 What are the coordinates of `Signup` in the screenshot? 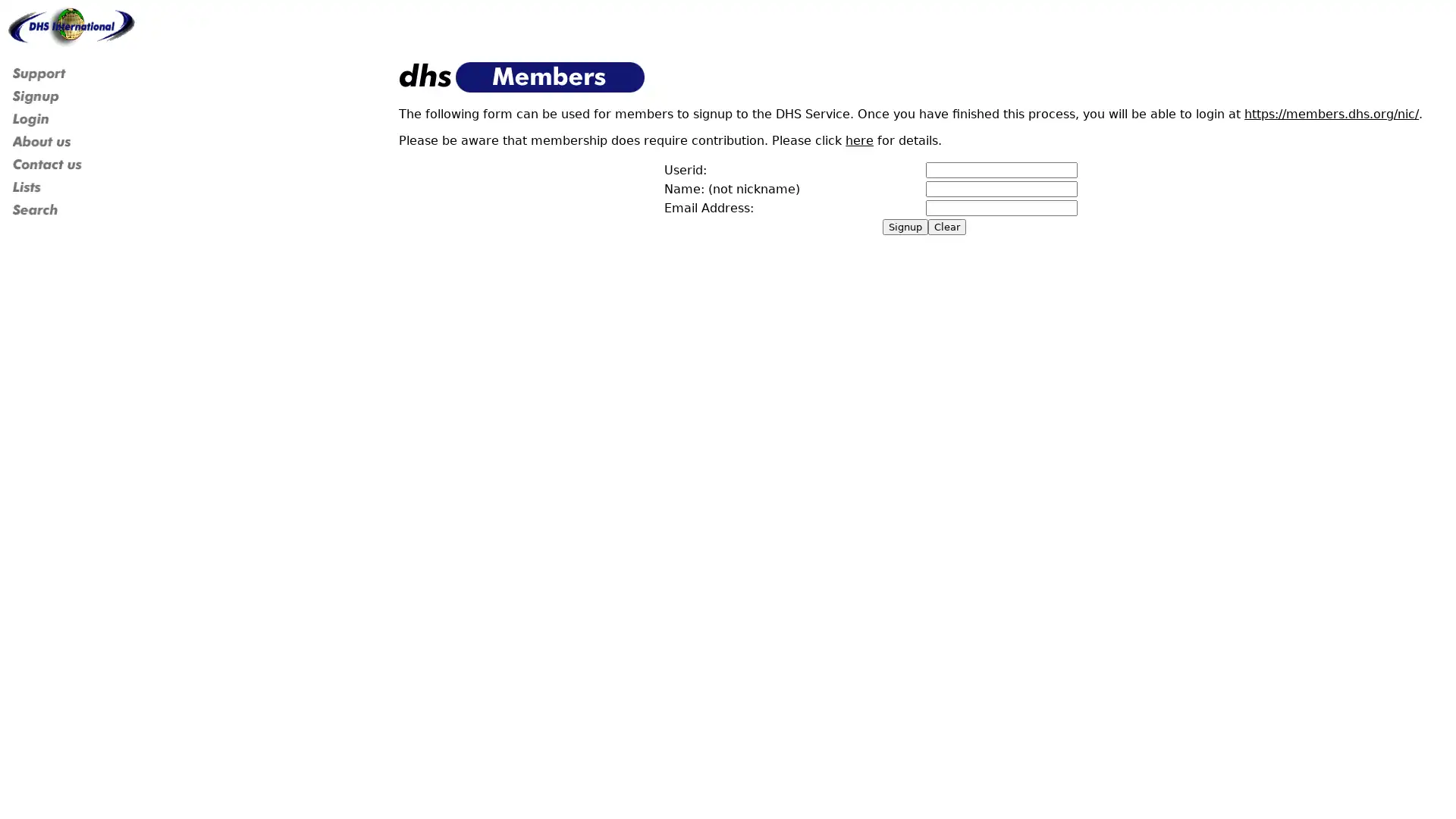 It's located at (905, 227).